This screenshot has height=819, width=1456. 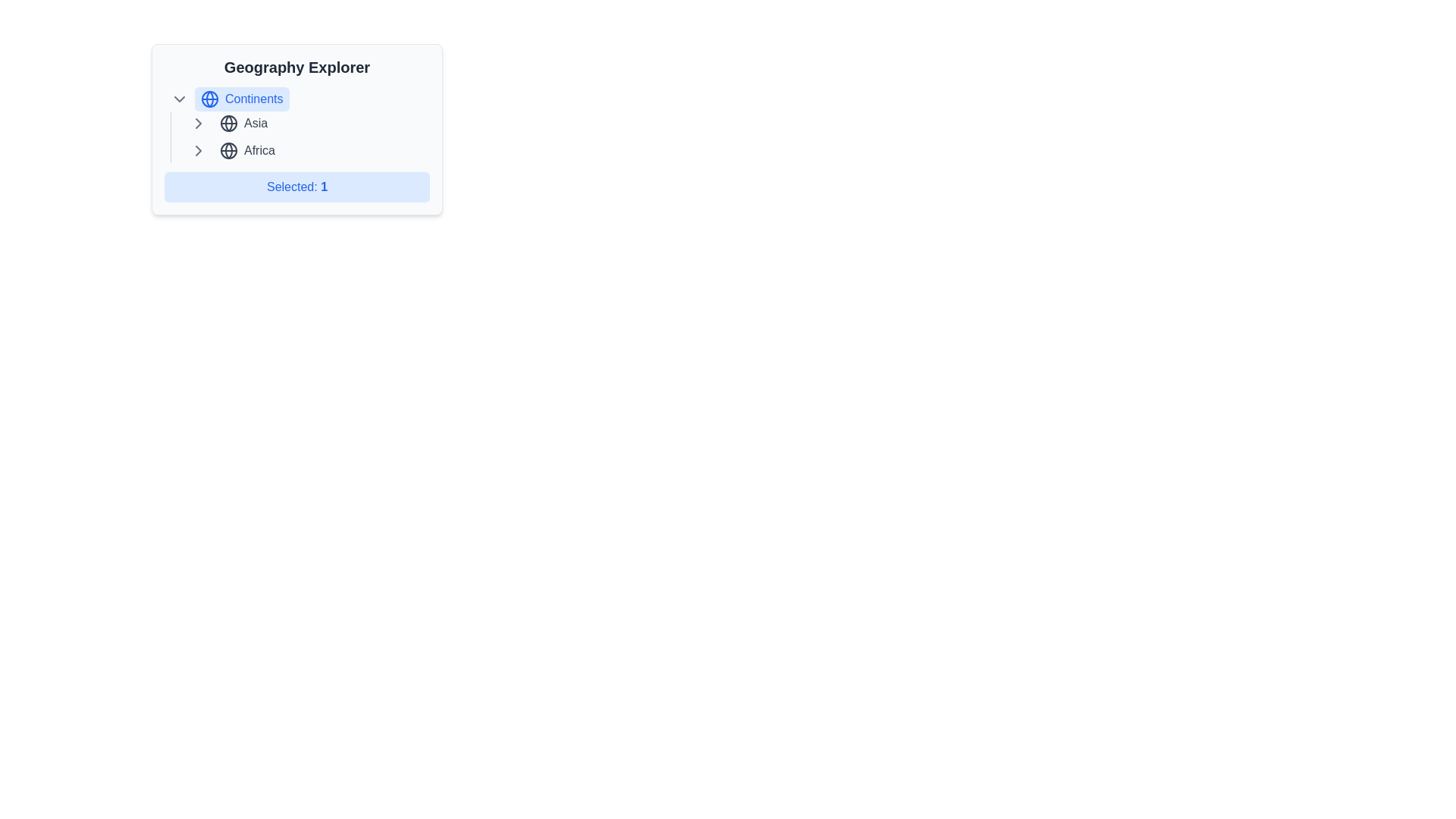 What do you see at coordinates (243, 122) in the screenshot?
I see `the selectable continent 'Asia' in the 'Geography Explorer' section to change its text color` at bounding box center [243, 122].